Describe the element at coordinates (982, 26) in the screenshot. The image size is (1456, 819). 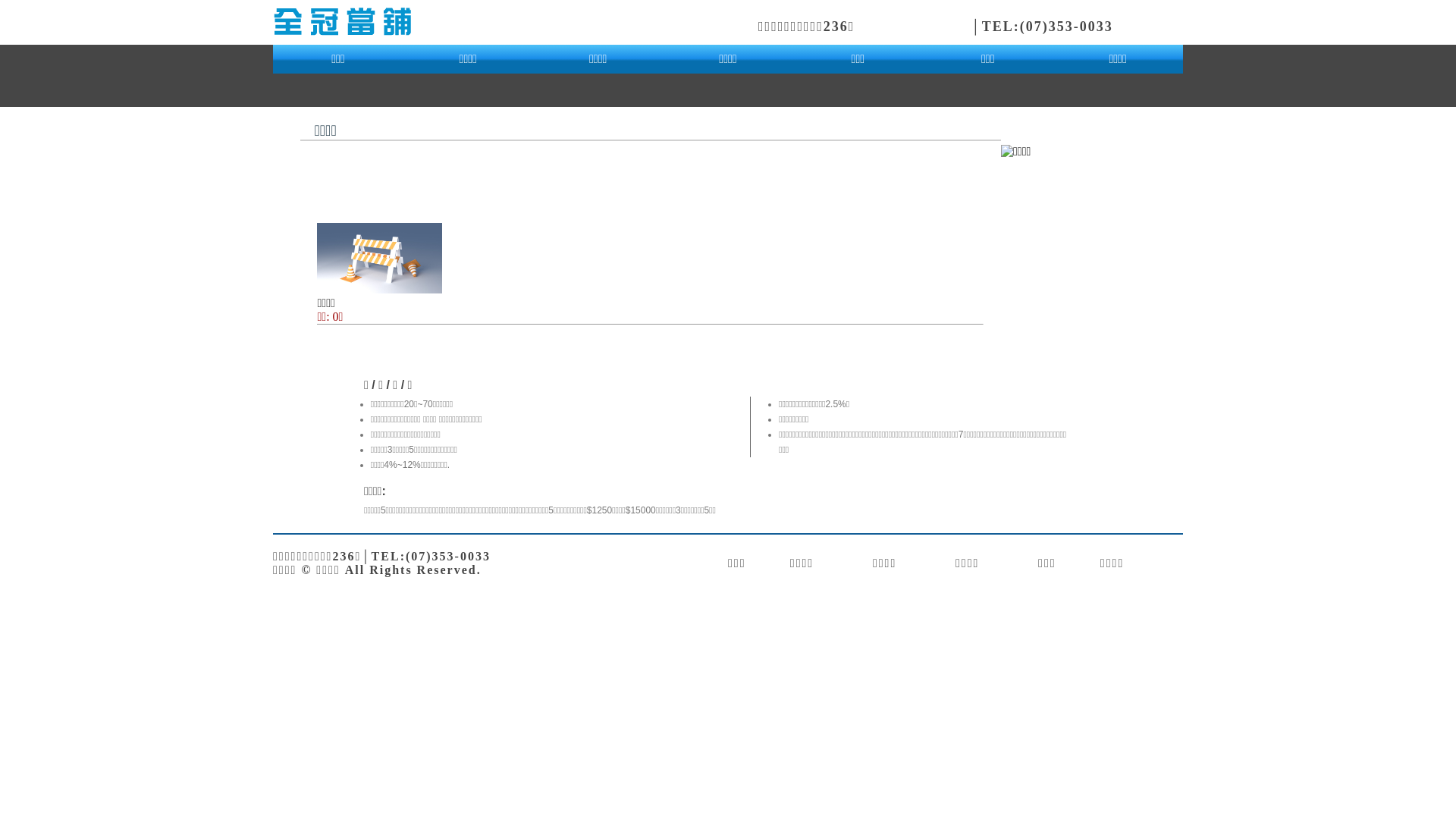
I see `'TEL:(07)353-0033'` at that location.